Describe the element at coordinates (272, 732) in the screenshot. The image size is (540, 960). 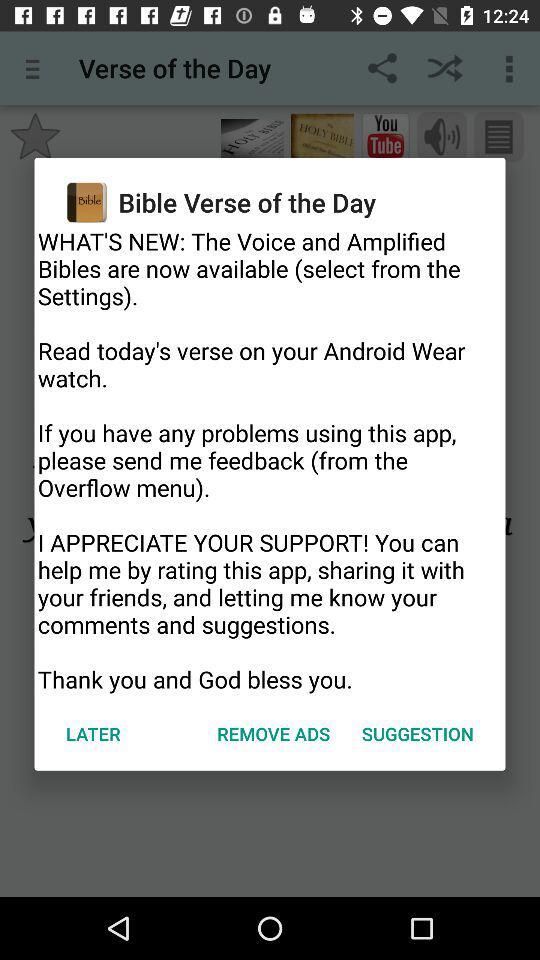
I see `icon next to the later icon` at that location.